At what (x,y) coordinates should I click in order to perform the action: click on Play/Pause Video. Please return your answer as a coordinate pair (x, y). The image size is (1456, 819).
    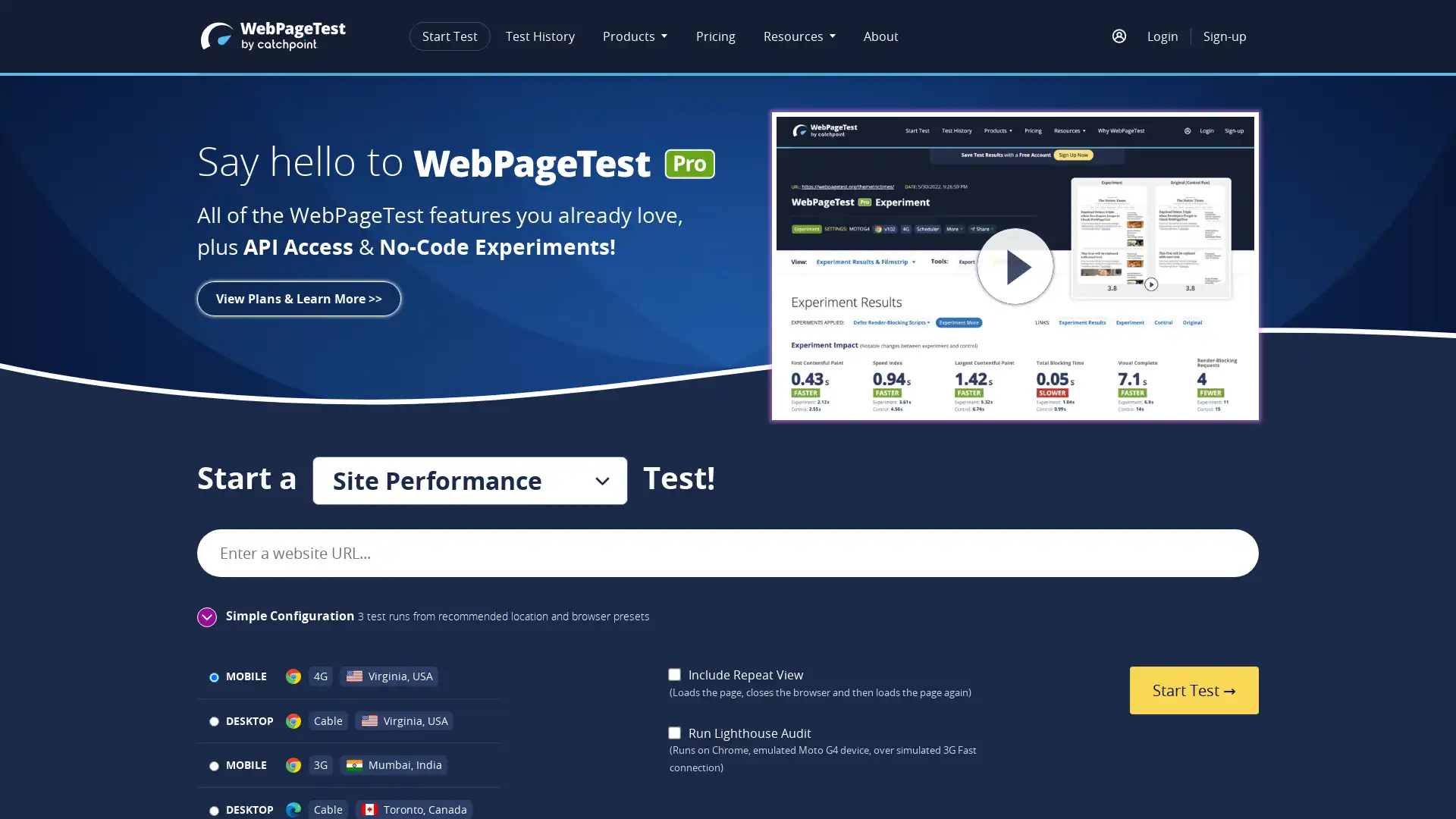
    Looking at the image, I should click on (1015, 265).